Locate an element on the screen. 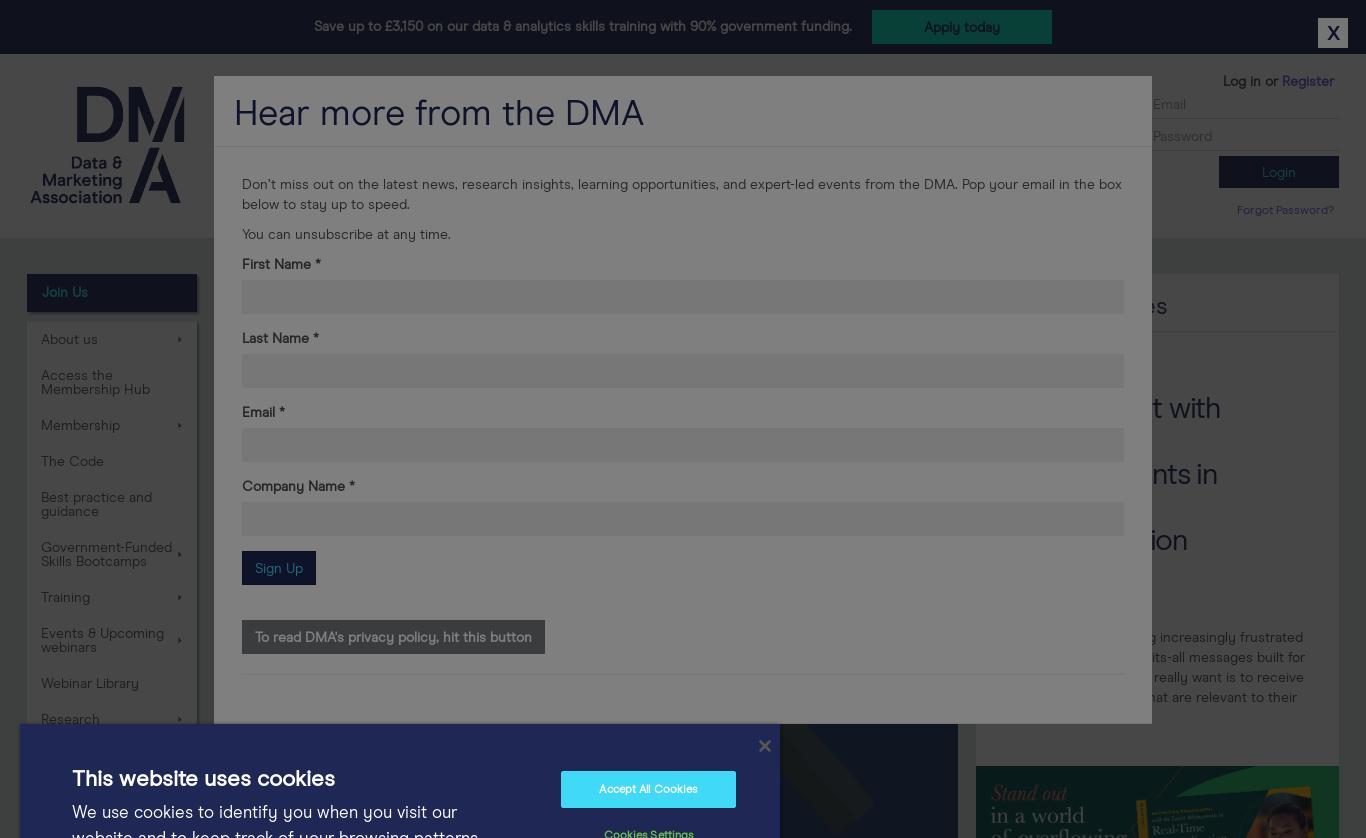 This screenshot has width=1366, height=838. 'Consumers are growing increasingly frustrated with generic, one-size-fits-all messages built for the masses. What they really want is to receive emails and messages that are relevant to their interests.' is located at coordinates (1154, 676).